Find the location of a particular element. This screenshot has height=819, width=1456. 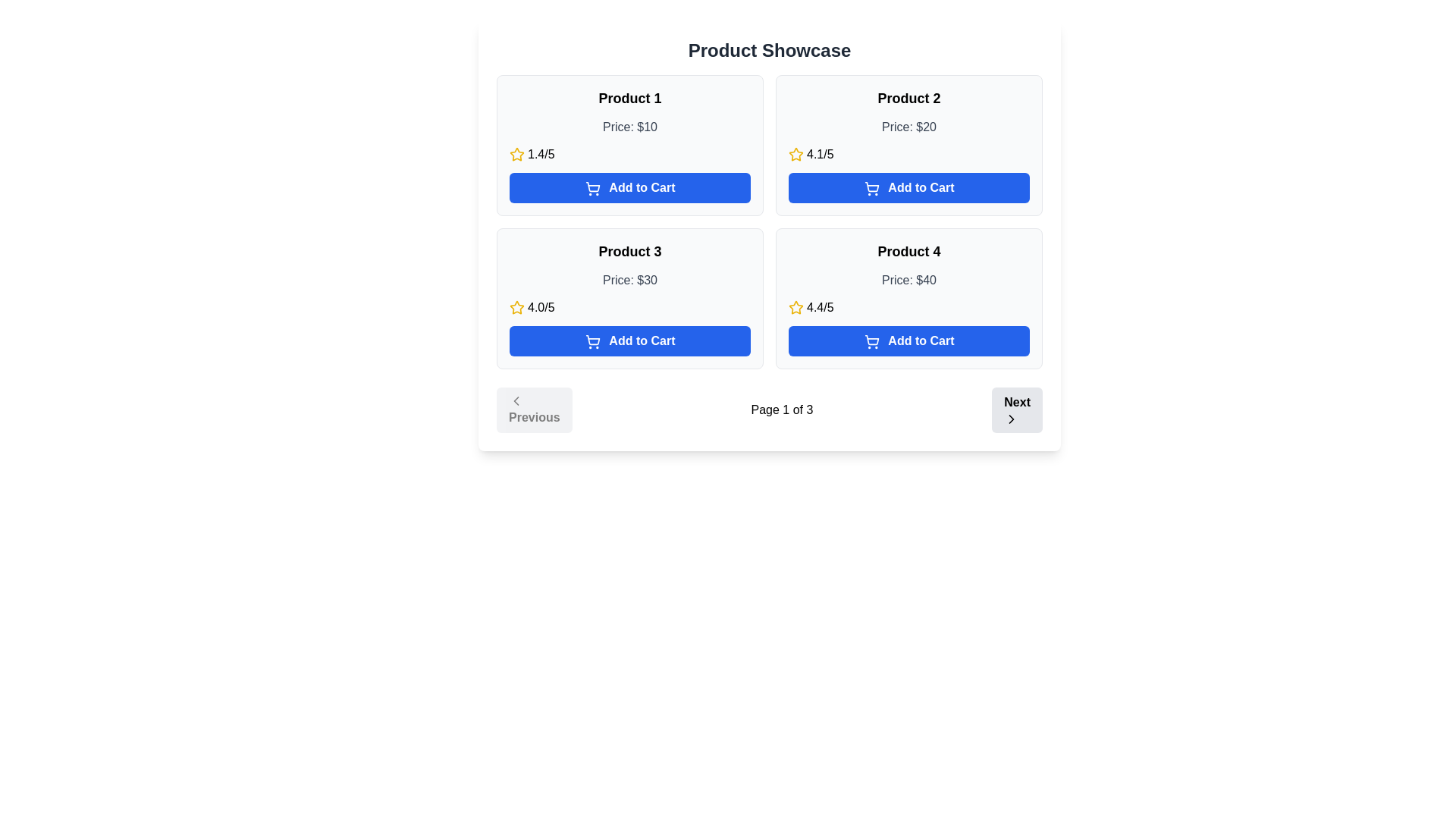

the star icon representing the rating for 'Product 4', located to the left of the rating text '4.4/5' is located at coordinates (795, 307).